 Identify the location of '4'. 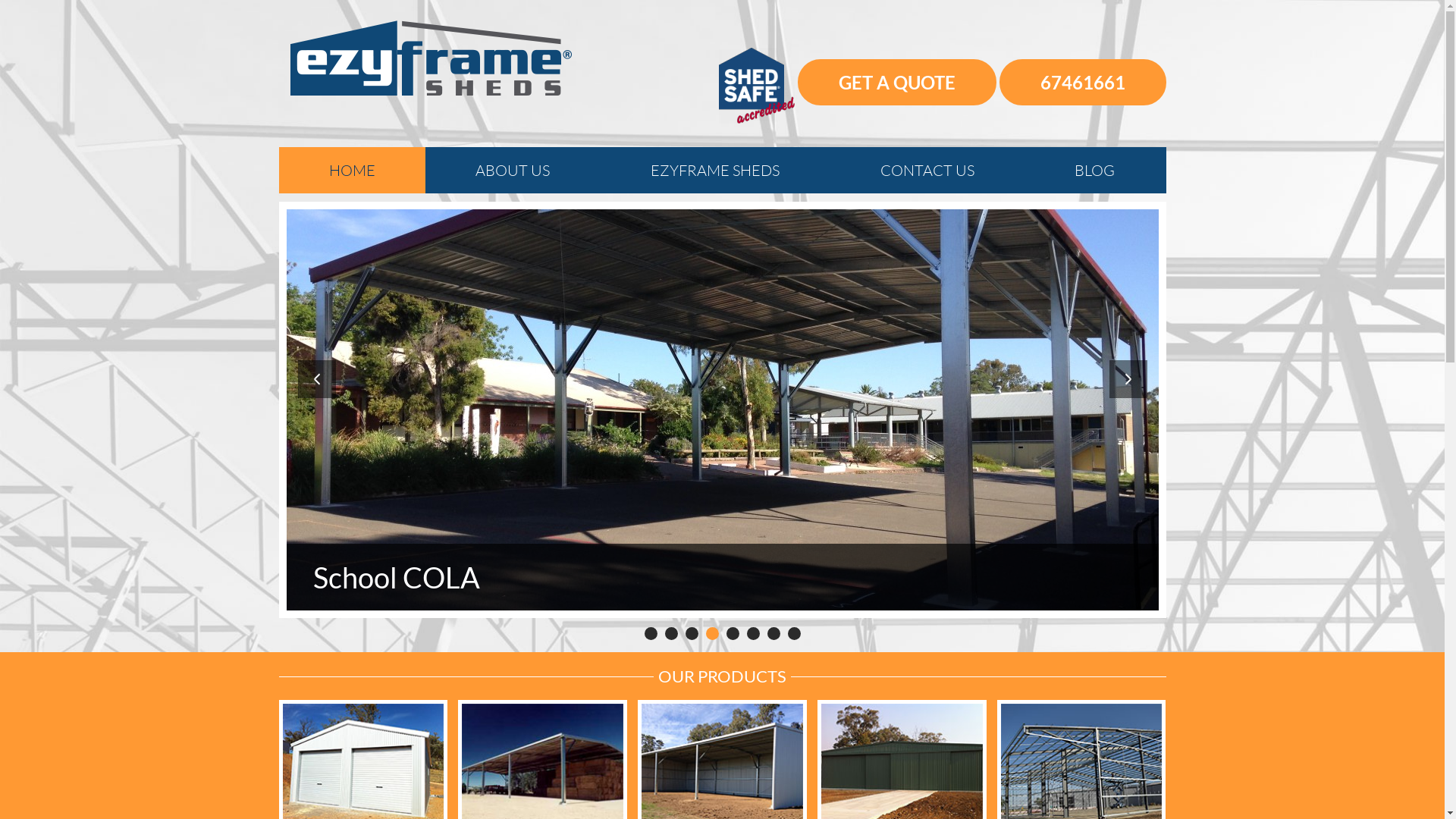
(711, 633).